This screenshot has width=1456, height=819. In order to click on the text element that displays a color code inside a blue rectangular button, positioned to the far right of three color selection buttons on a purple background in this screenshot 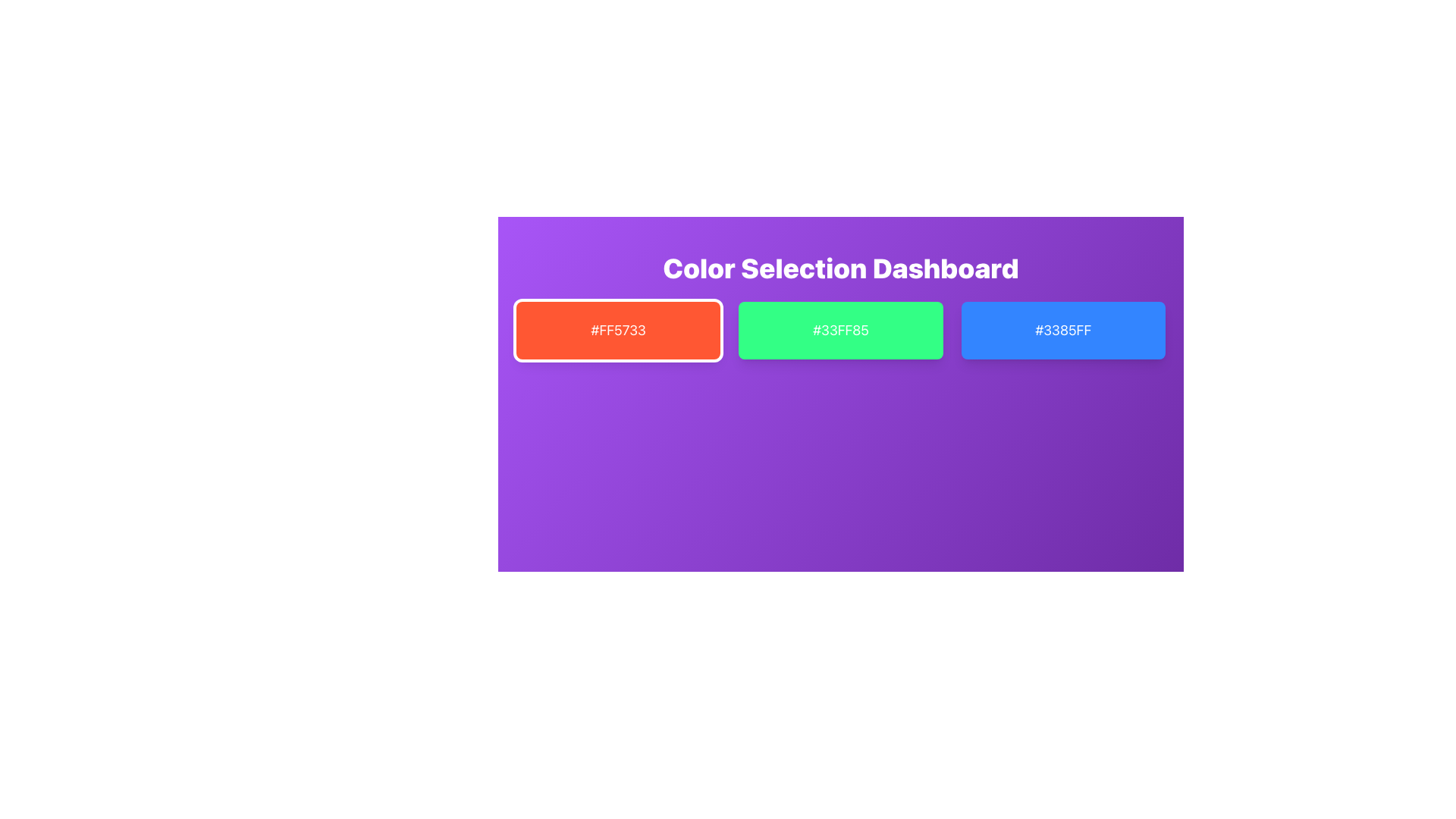, I will do `click(1062, 329)`.